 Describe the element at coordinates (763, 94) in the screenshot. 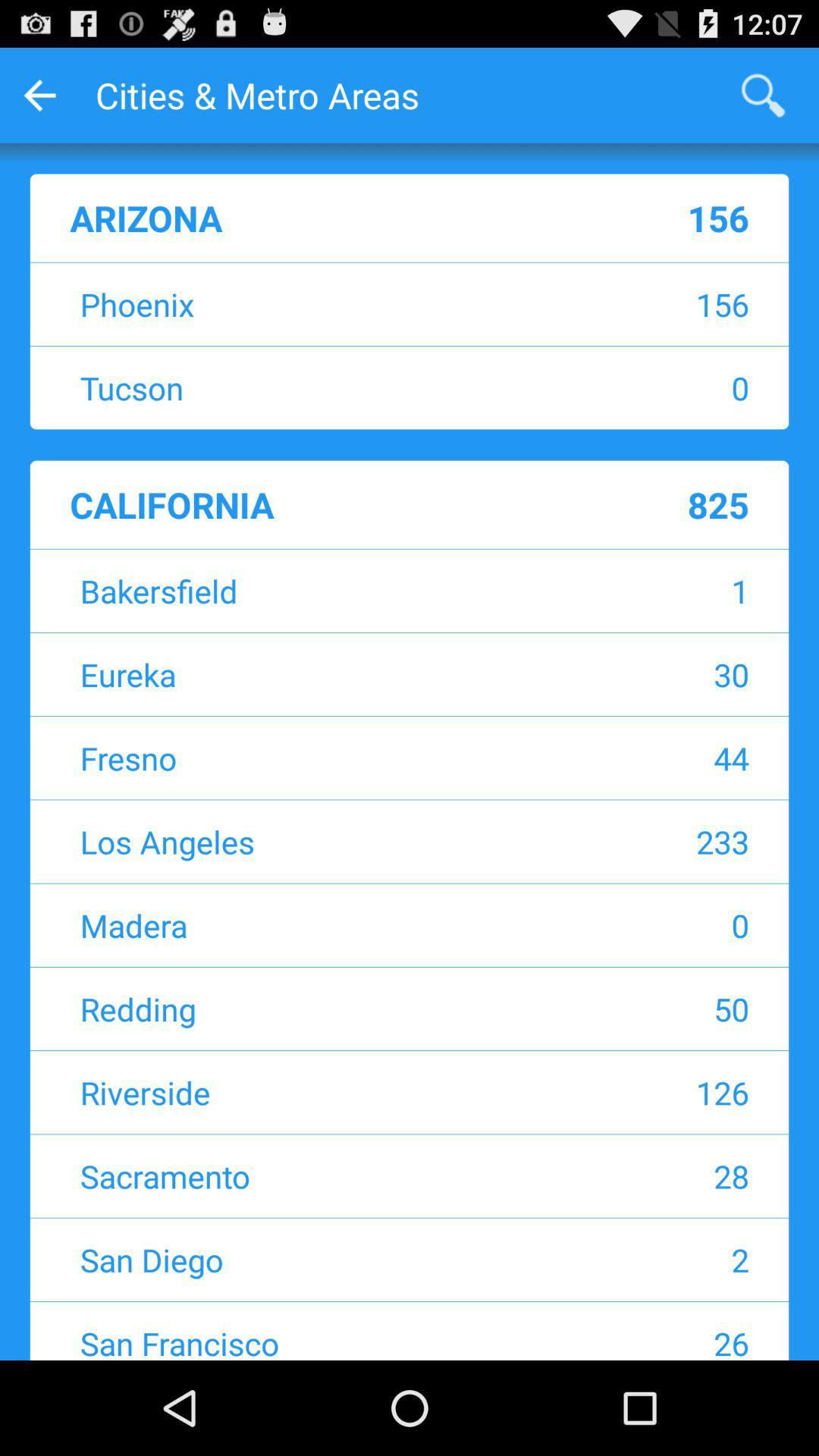

I see `icon next to cities & metro areas app` at that location.